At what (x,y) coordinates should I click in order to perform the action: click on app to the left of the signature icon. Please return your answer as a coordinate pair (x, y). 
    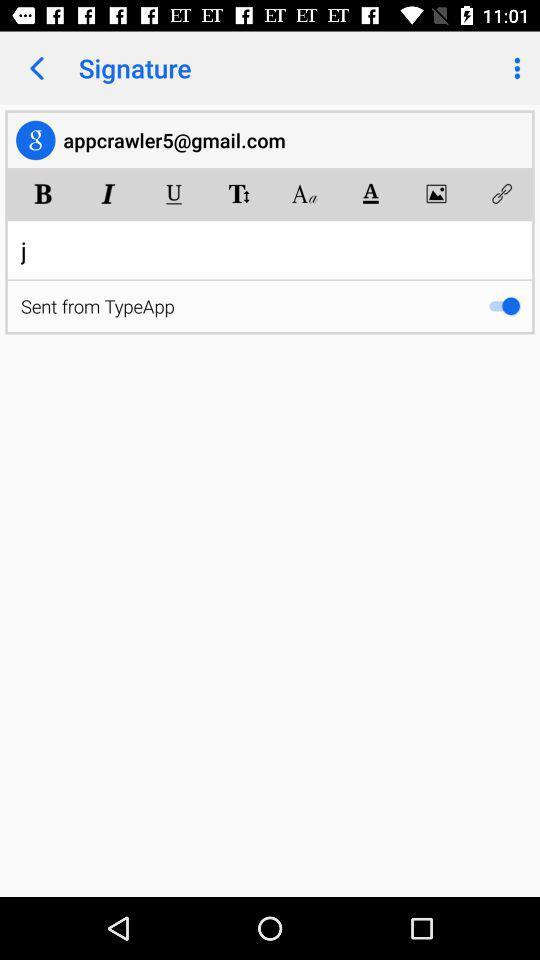
    Looking at the image, I should click on (36, 68).